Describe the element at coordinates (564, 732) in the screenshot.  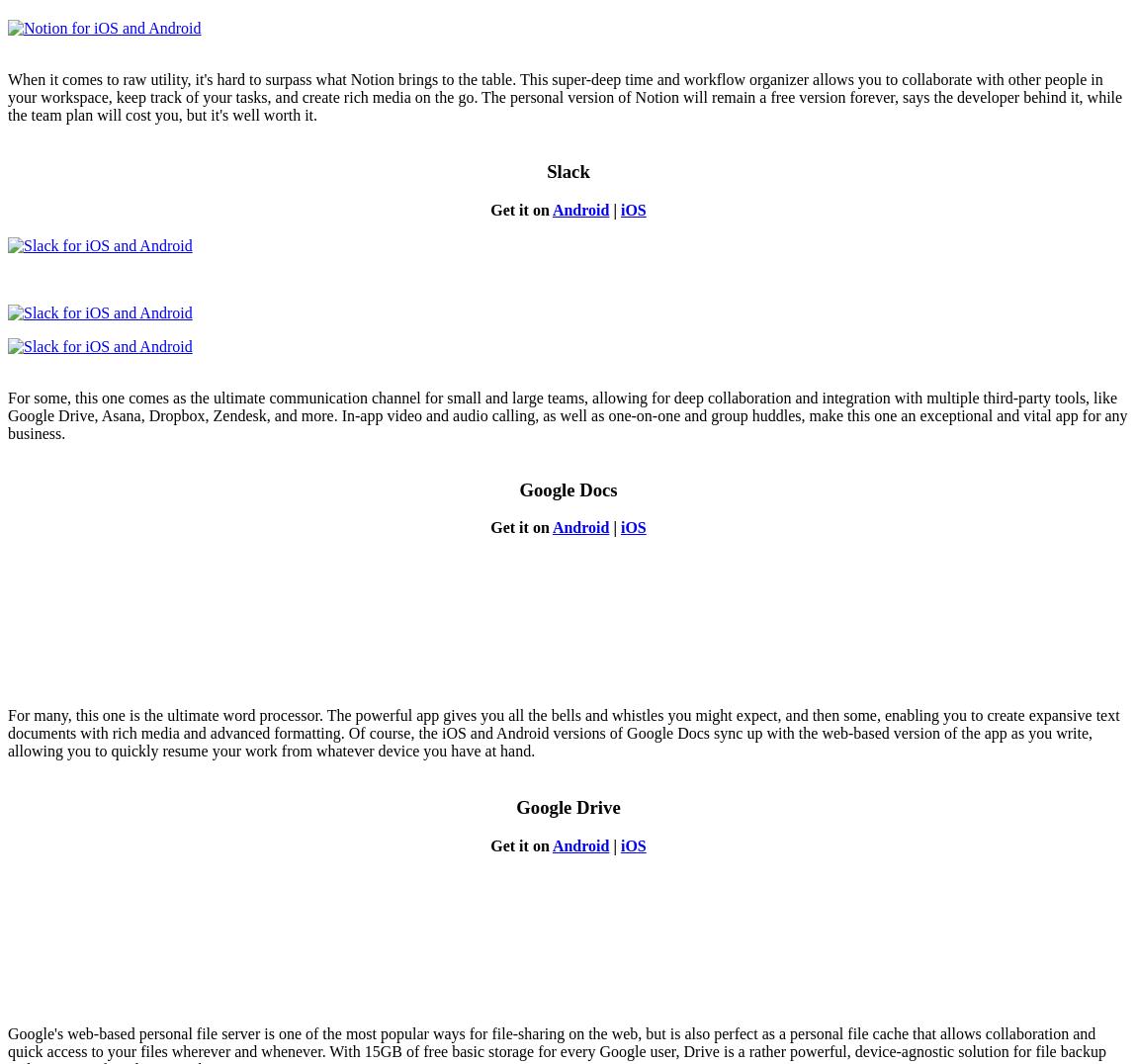
I see `'For many, this one is the ultimate word processor. The powerful app gives you all the bells and whistles you might expect, and then some, enabling you to create expansive text documents with rich media and advanced formatting. Of course, the iOS and Android versions of Google Docs sync up with the web-based version of the app as you write, allowing you to quickly resume your work from whatever device you have at hand.'` at that location.